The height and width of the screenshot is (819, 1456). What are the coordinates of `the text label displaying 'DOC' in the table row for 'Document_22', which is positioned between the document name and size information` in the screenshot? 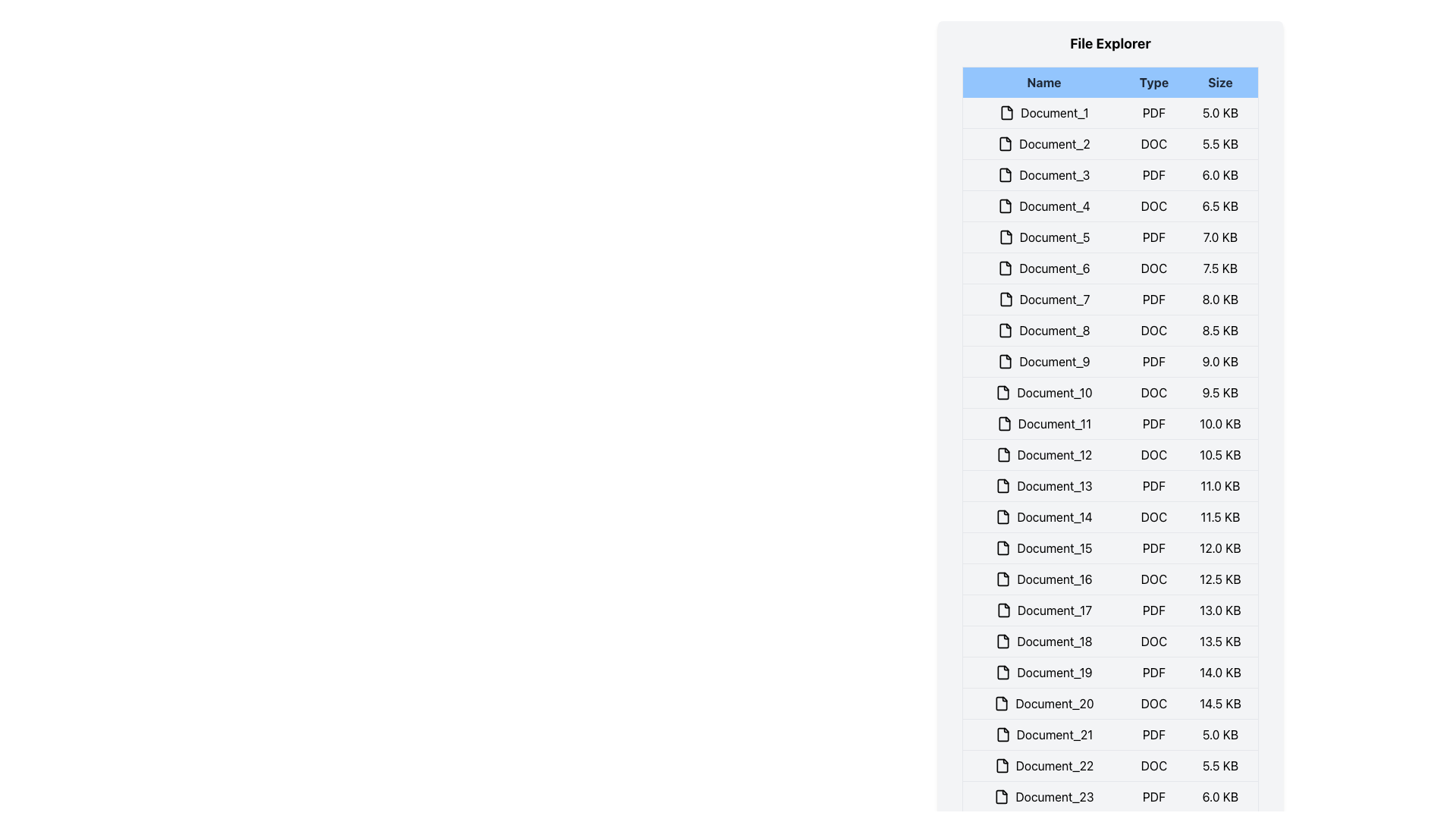 It's located at (1153, 766).